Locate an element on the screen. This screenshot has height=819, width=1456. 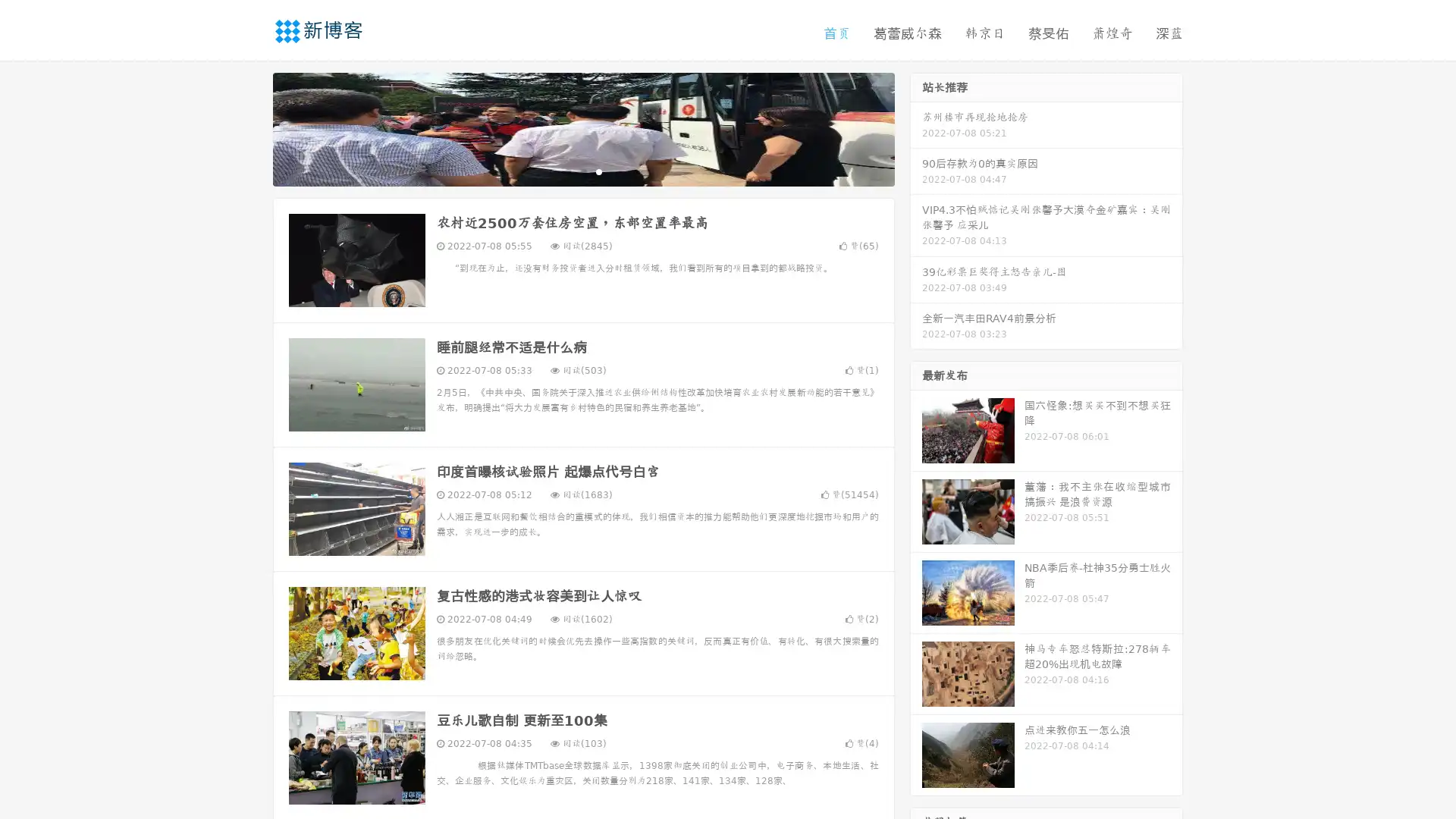
Go to slide 2 is located at coordinates (582, 171).